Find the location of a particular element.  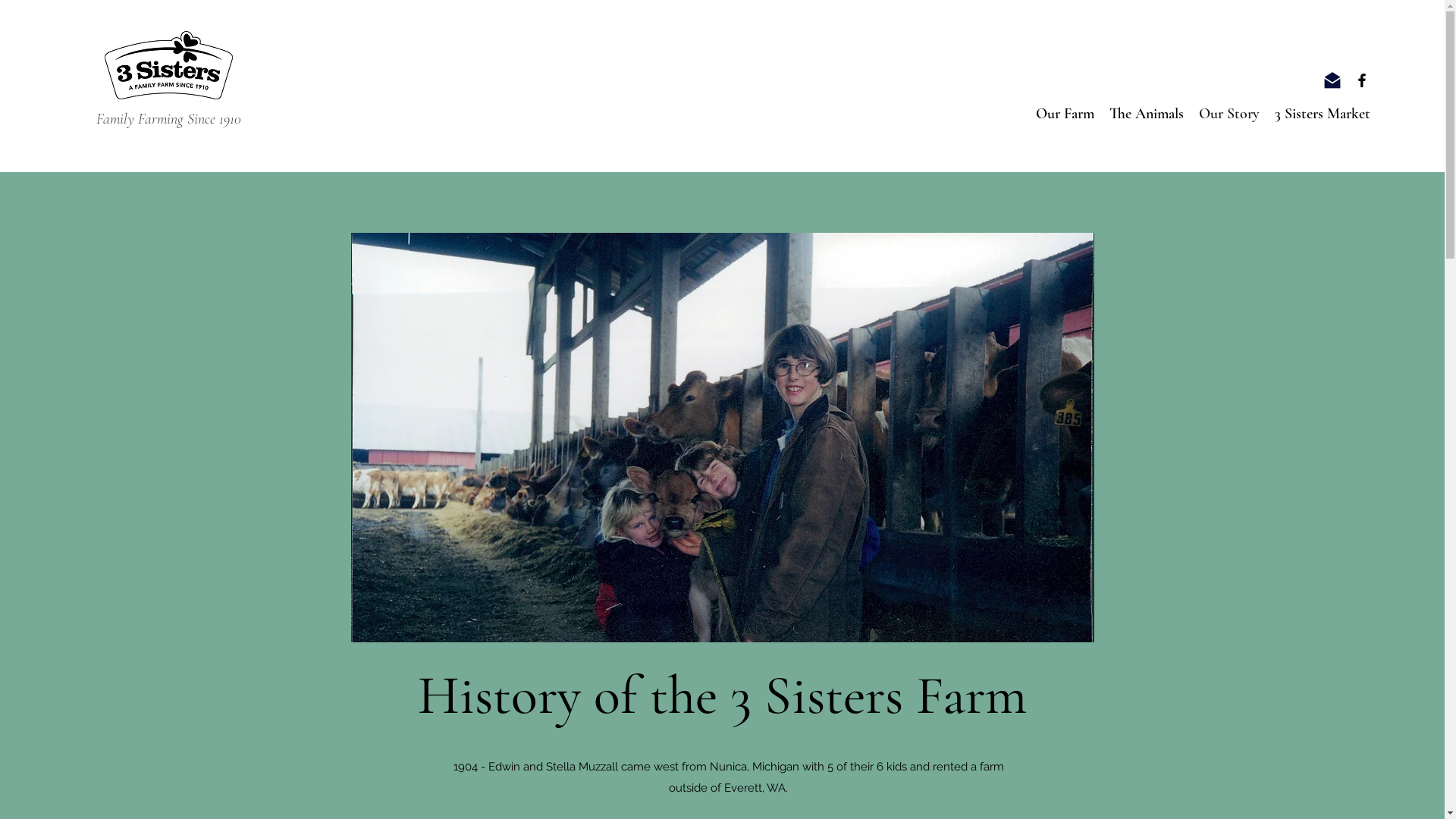

'Family Farming Since 1910' is located at coordinates (168, 118).